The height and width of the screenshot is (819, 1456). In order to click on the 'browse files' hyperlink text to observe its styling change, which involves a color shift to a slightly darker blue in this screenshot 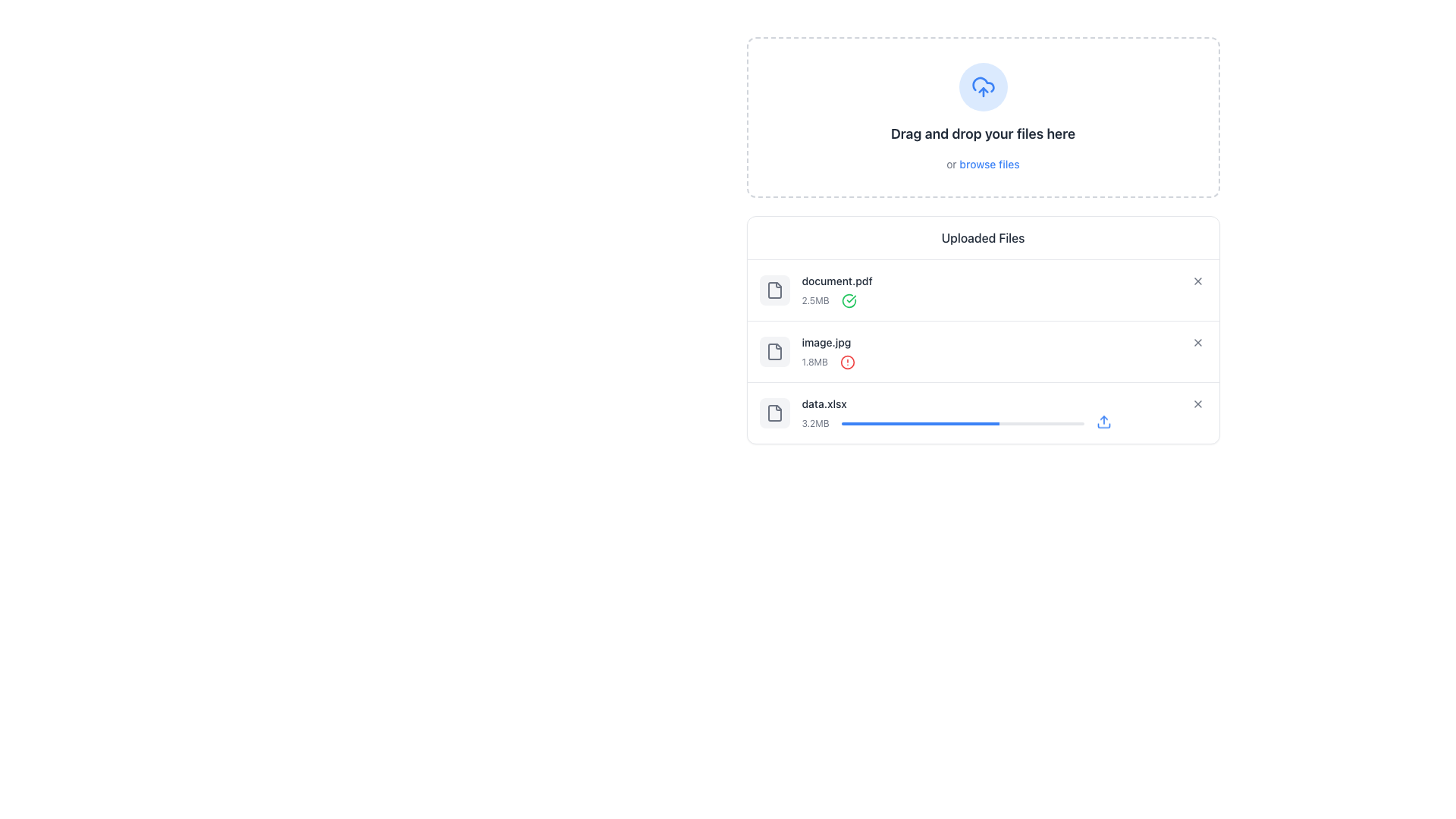, I will do `click(990, 164)`.